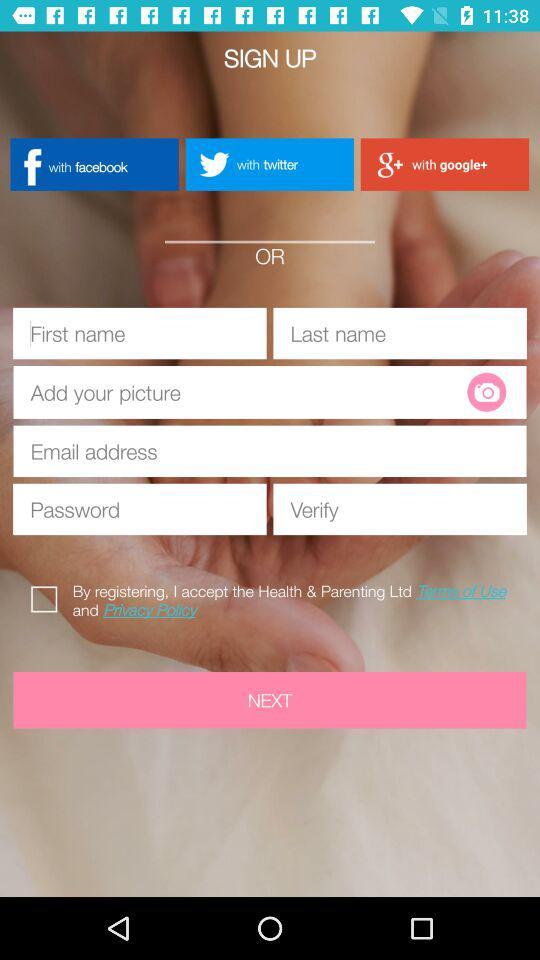 The width and height of the screenshot is (540, 960). What do you see at coordinates (93, 163) in the screenshot?
I see `the app below the sign up item` at bounding box center [93, 163].